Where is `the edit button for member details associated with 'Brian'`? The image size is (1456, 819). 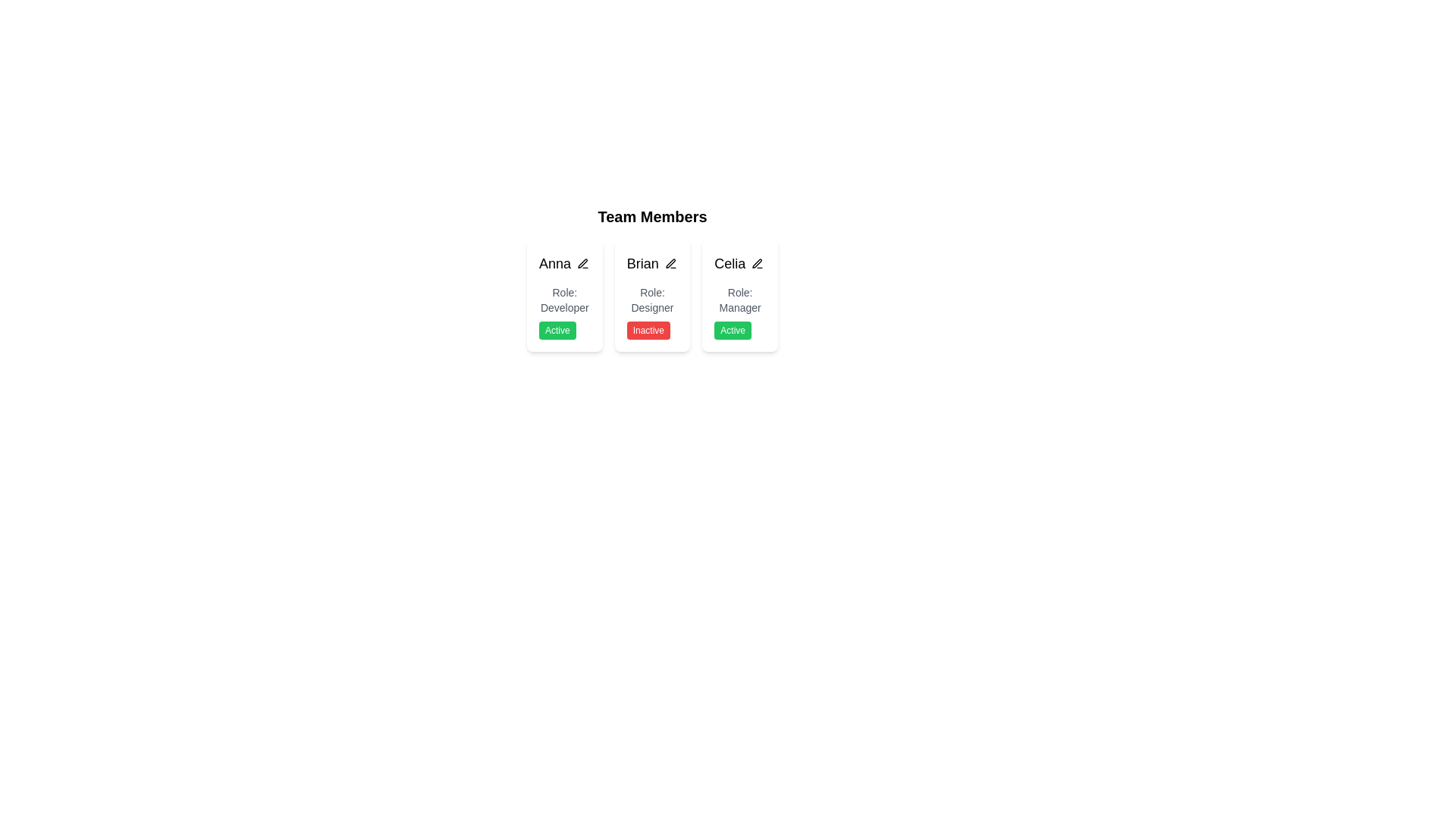 the edit button for member details associated with 'Brian' is located at coordinates (670, 262).